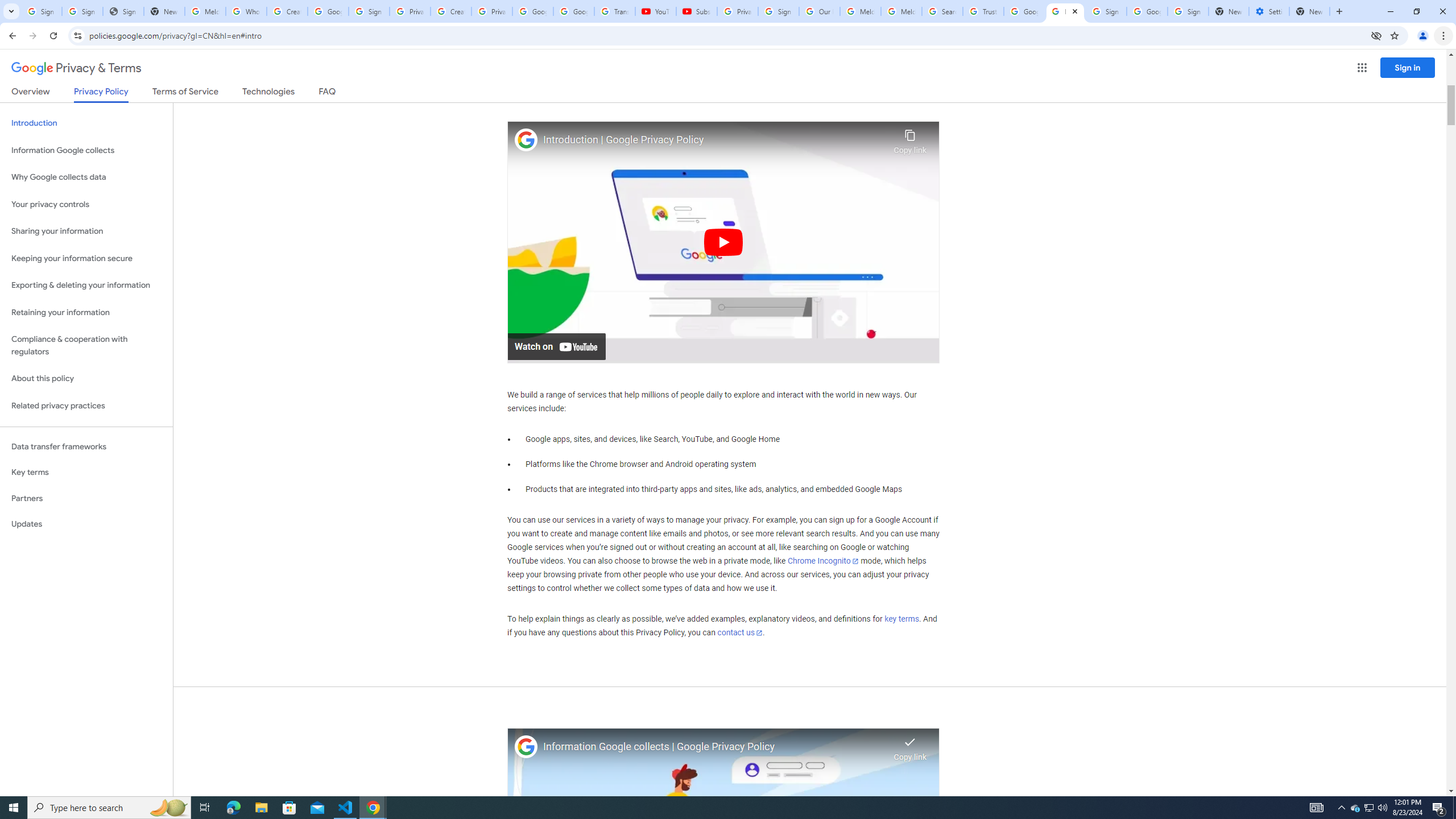 The image size is (1456, 819). What do you see at coordinates (86, 379) in the screenshot?
I see `'About this policy'` at bounding box center [86, 379].